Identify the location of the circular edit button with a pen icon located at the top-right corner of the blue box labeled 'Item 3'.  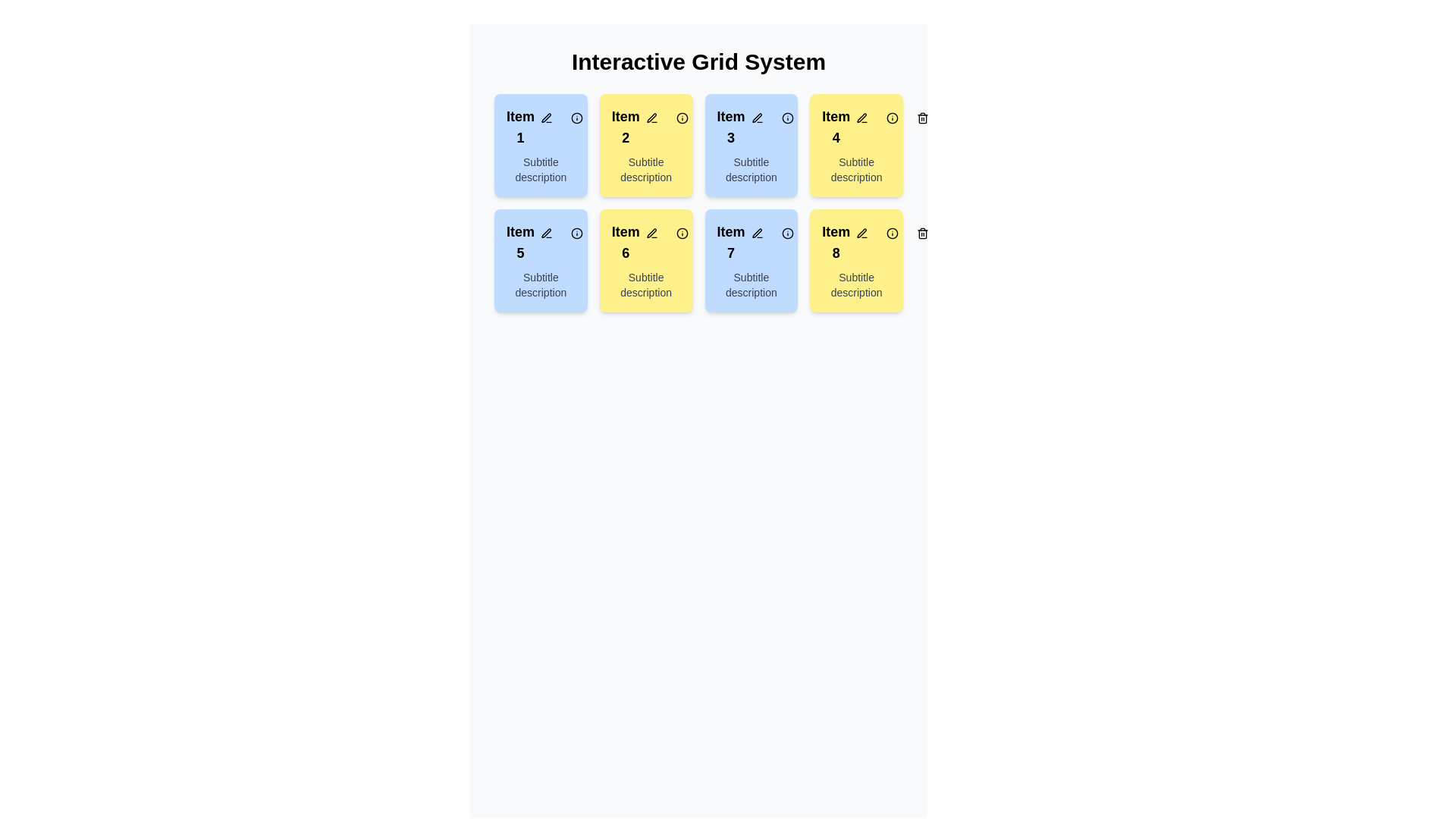
(757, 117).